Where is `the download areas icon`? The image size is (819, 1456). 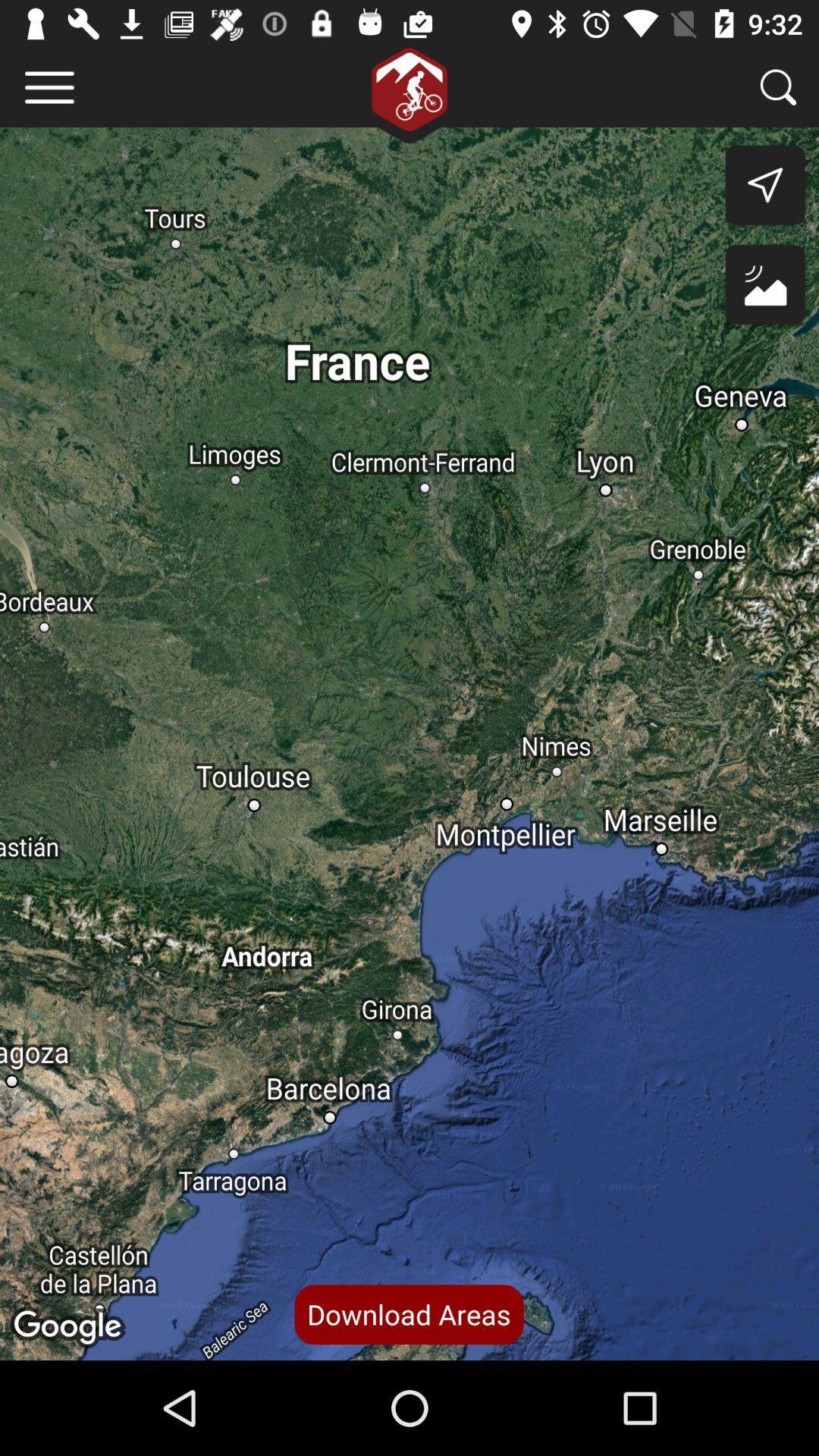
the download areas icon is located at coordinates (408, 1313).